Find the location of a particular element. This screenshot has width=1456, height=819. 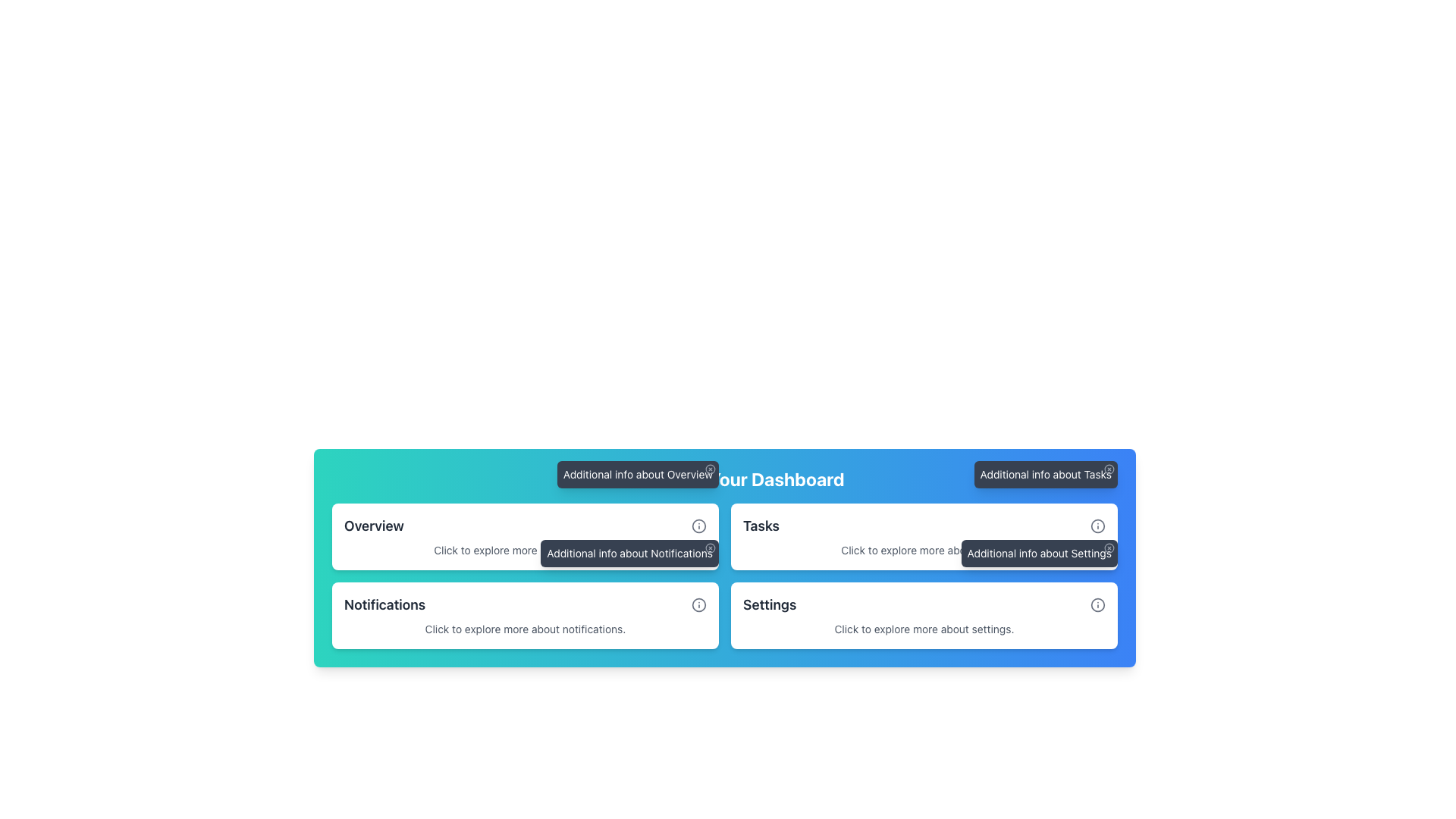

the small circular 'info' icon located to the right of the 'Settings' label at the bottom-right section of the interface is located at coordinates (1098, 604).